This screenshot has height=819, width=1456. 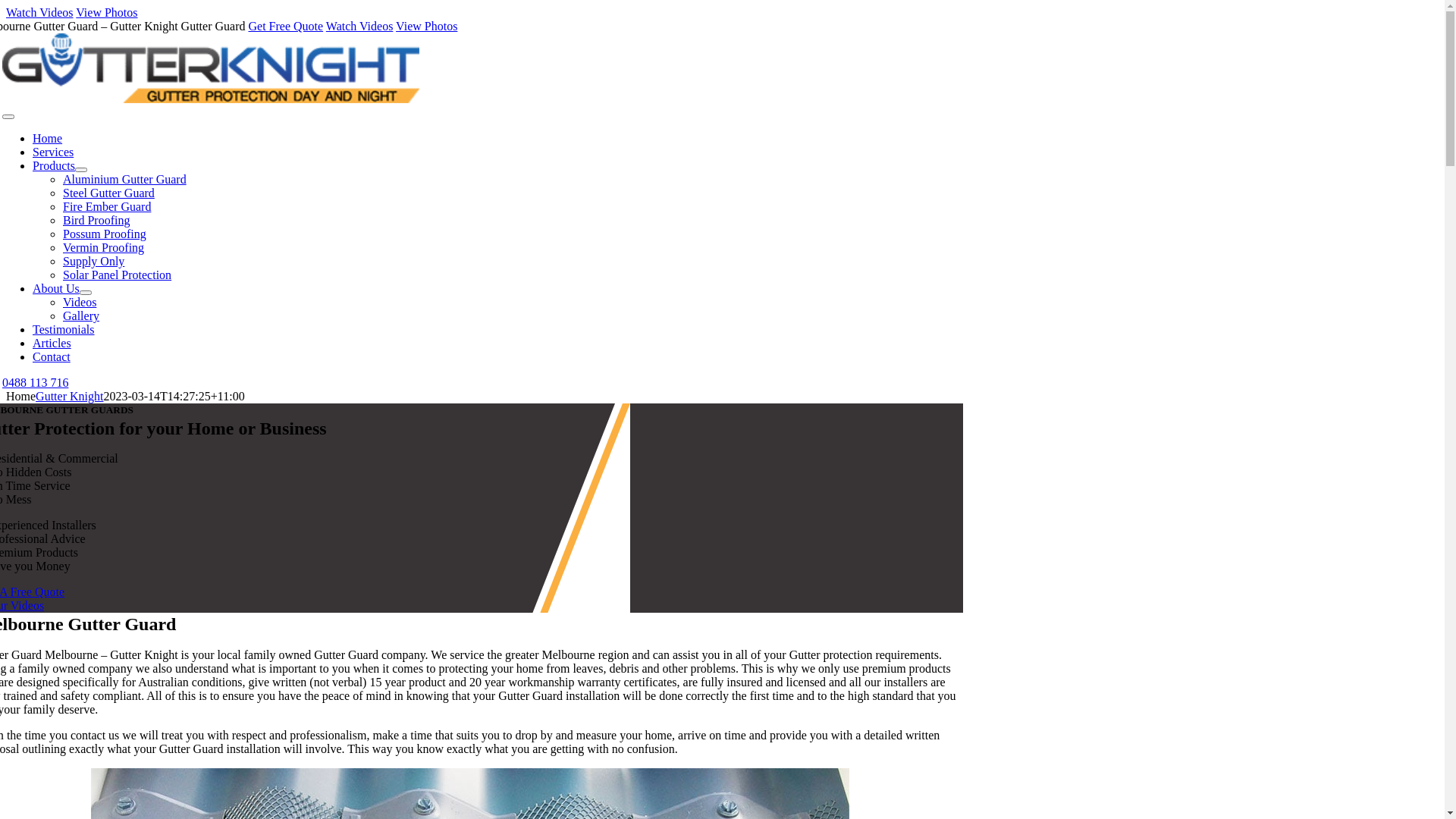 I want to click on 'Skip to content', so click(x=5, y=5).